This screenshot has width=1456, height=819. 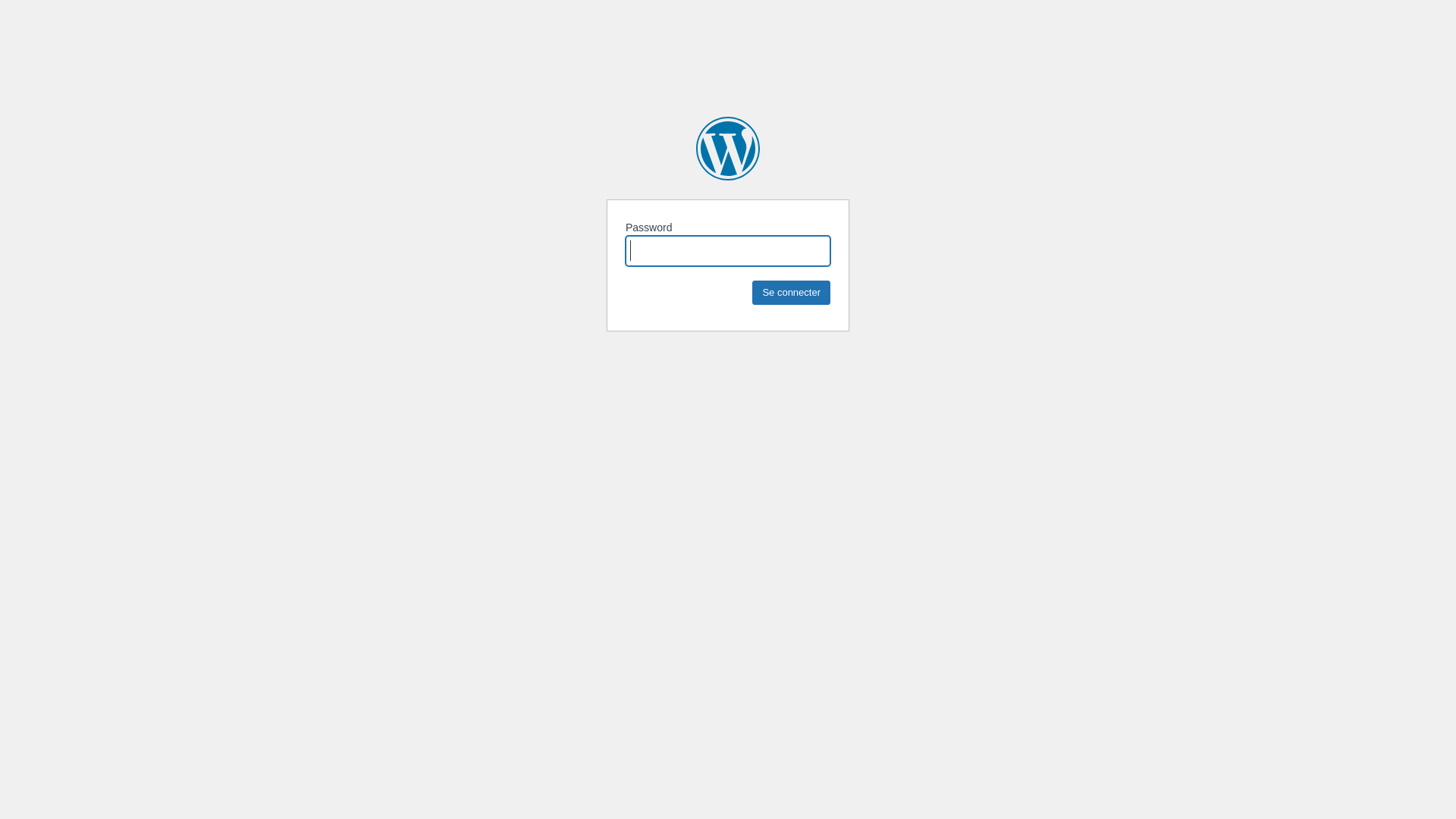 What do you see at coordinates (728, 149) in the screenshot?
I see `'FGTB Bruxelles 2020'` at bounding box center [728, 149].